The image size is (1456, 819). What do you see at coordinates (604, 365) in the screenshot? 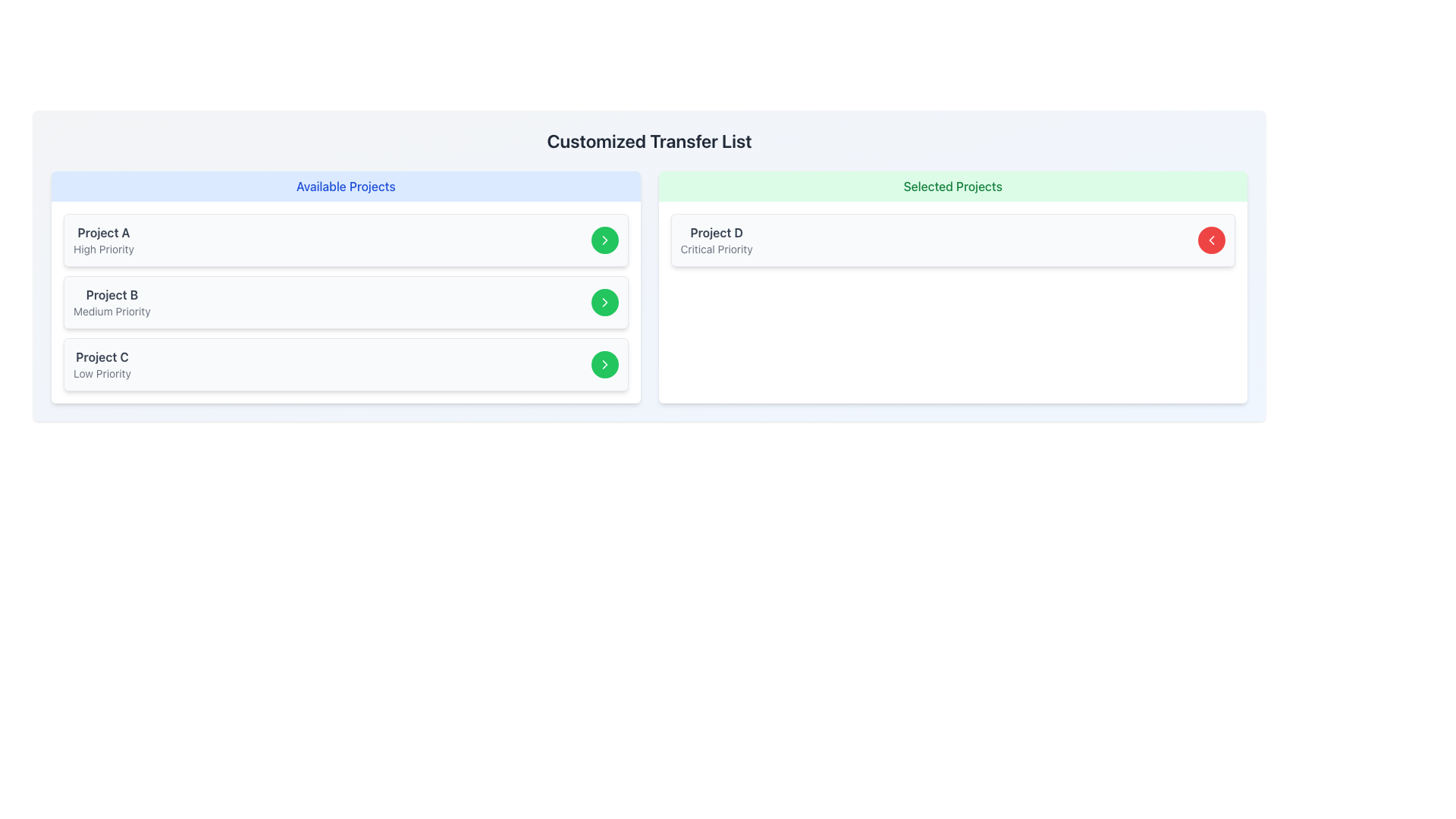
I see `the green right-facing chevron arrow button, which is the third button in the vertical sequence of chevron buttons located beside the 'Project C' entry in the 'Available Projects' section` at bounding box center [604, 365].